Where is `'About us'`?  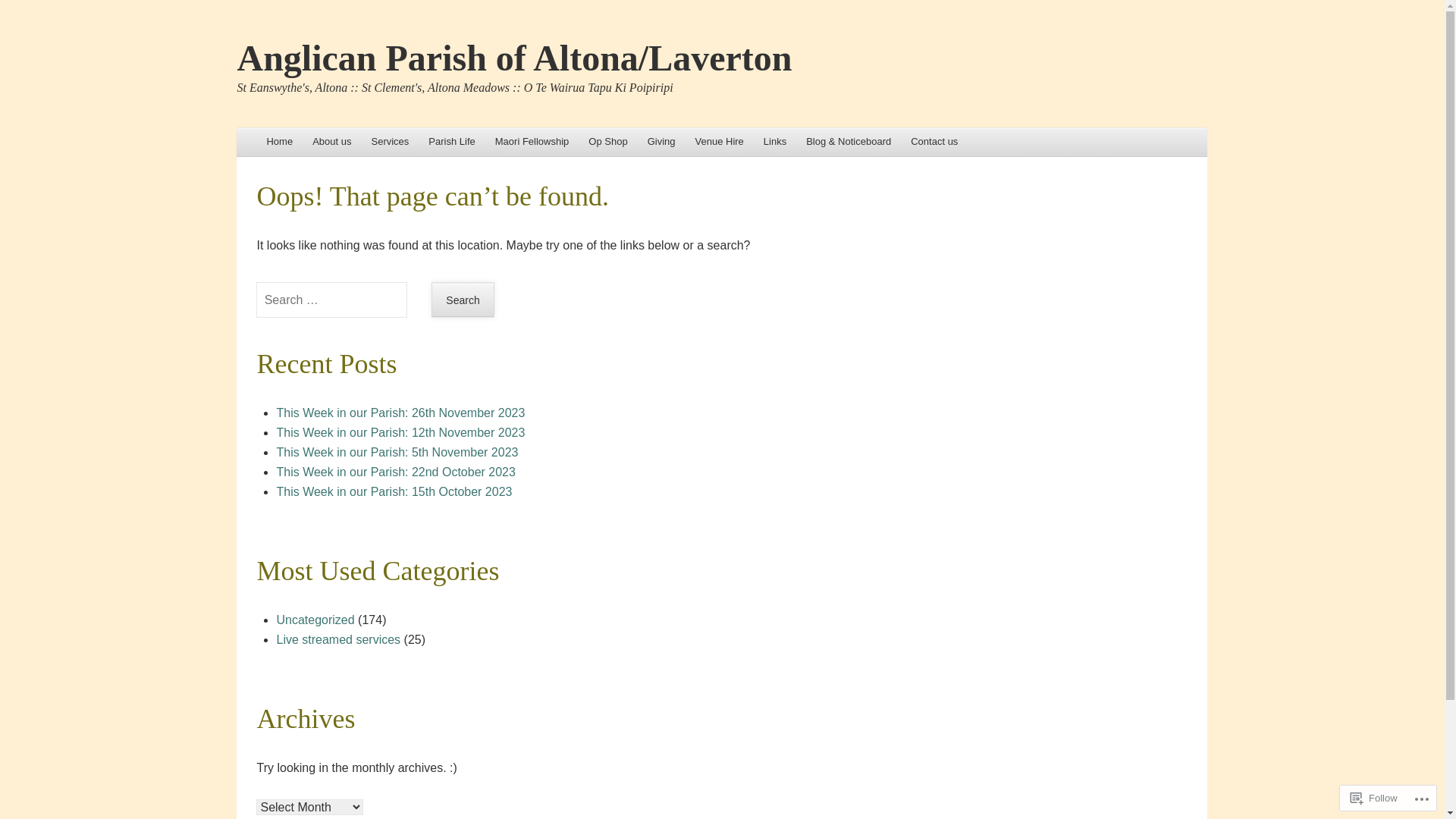
'About us' is located at coordinates (331, 142).